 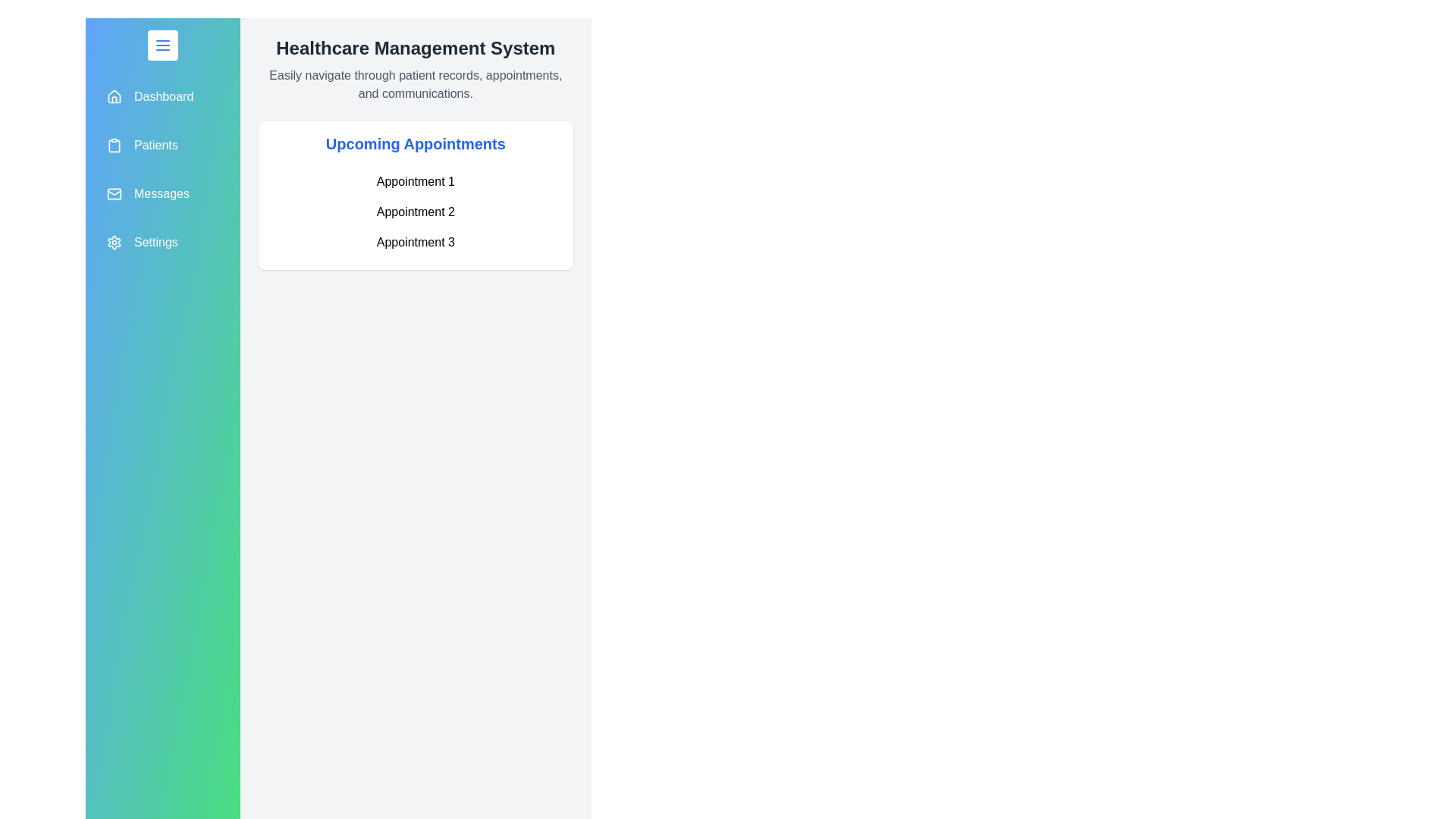 What do you see at coordinates (162, 242) in the screenshot?
I see `the navigation item Settings` at bounding box center [162, 242].